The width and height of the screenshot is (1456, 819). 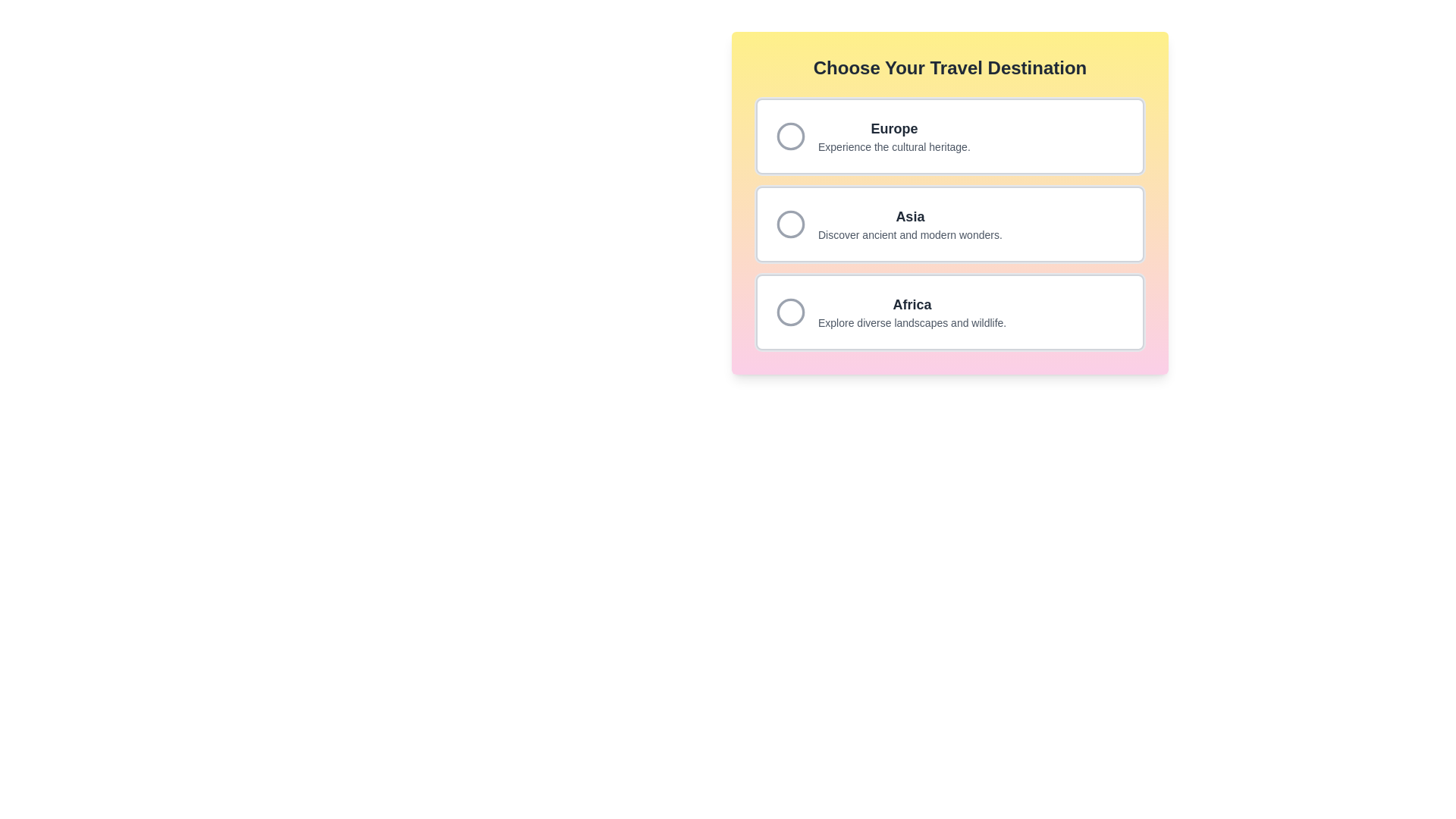 What do you see at coordinates (894, 146) in the screenshot?
I see `the text snippet reading 'Experience the cultural heritage.' which is styled in a smaller font size and lighter gray color, positioned as a descriptive subtitle under the headline 'Europe' in the travel destination options` at bounding box center [894, 146].